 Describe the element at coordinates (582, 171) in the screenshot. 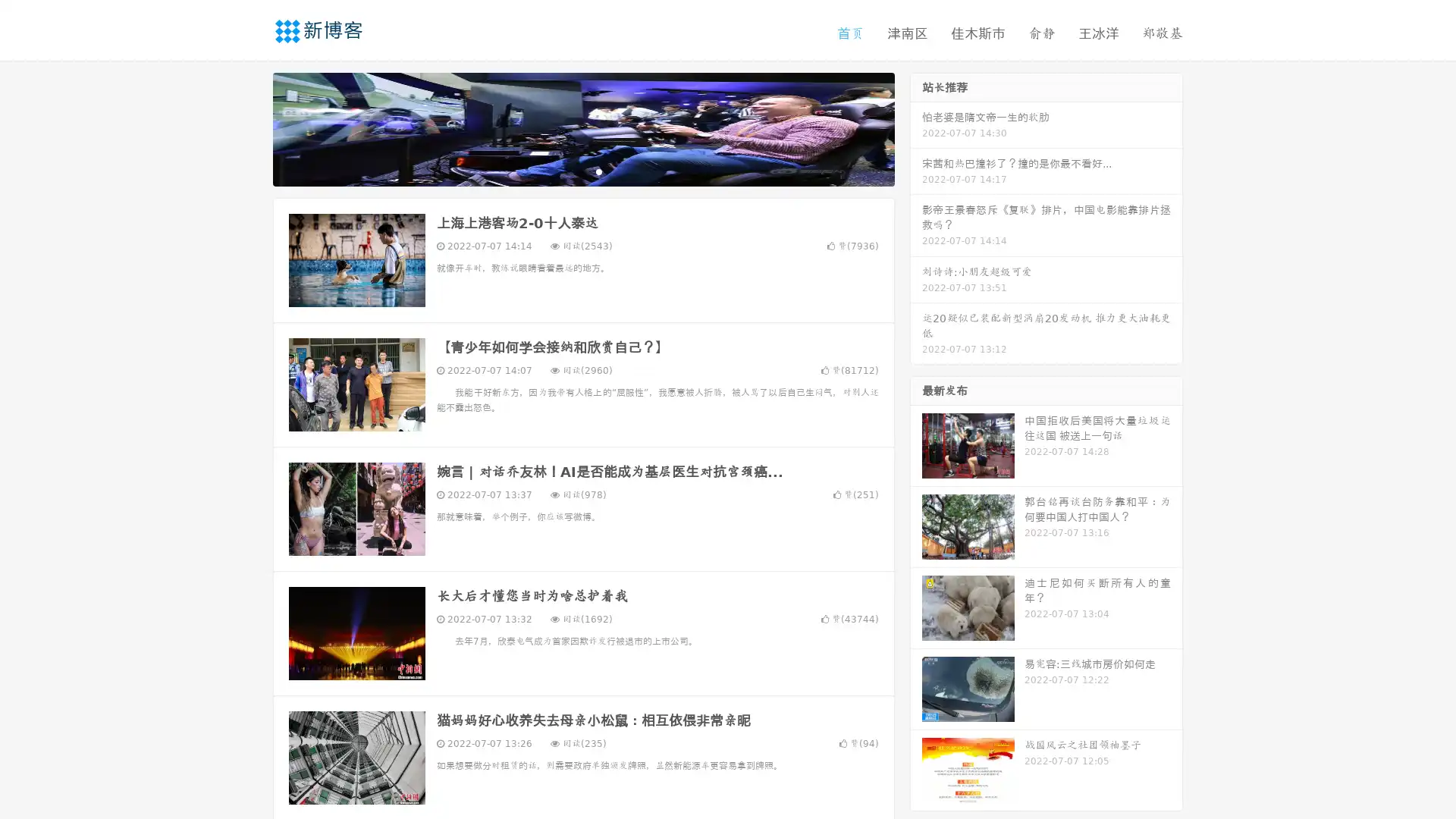

I see `Go to slide 2` at that location.